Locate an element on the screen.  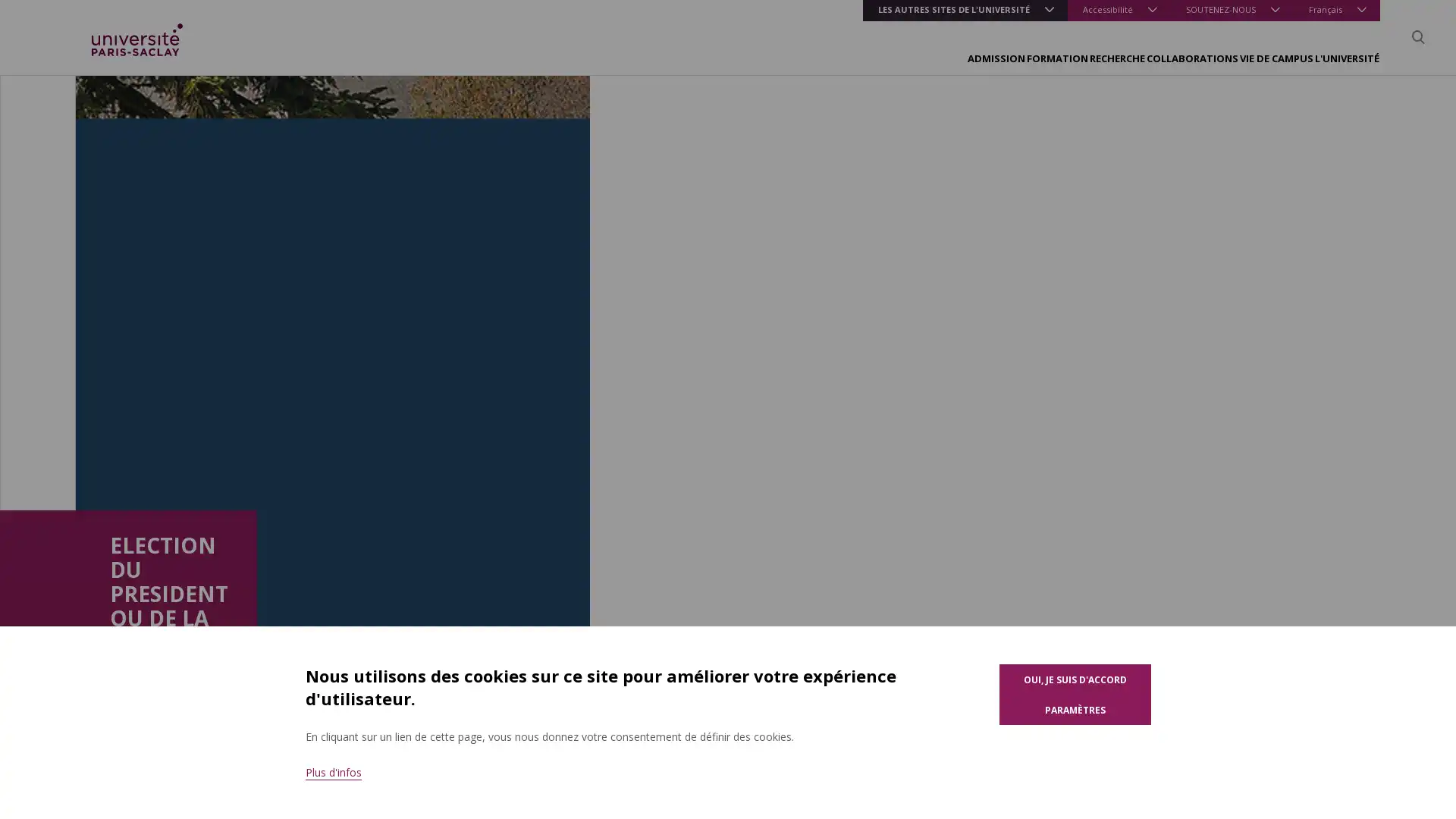
RECHERCHE is located at coordinates (962, 52).